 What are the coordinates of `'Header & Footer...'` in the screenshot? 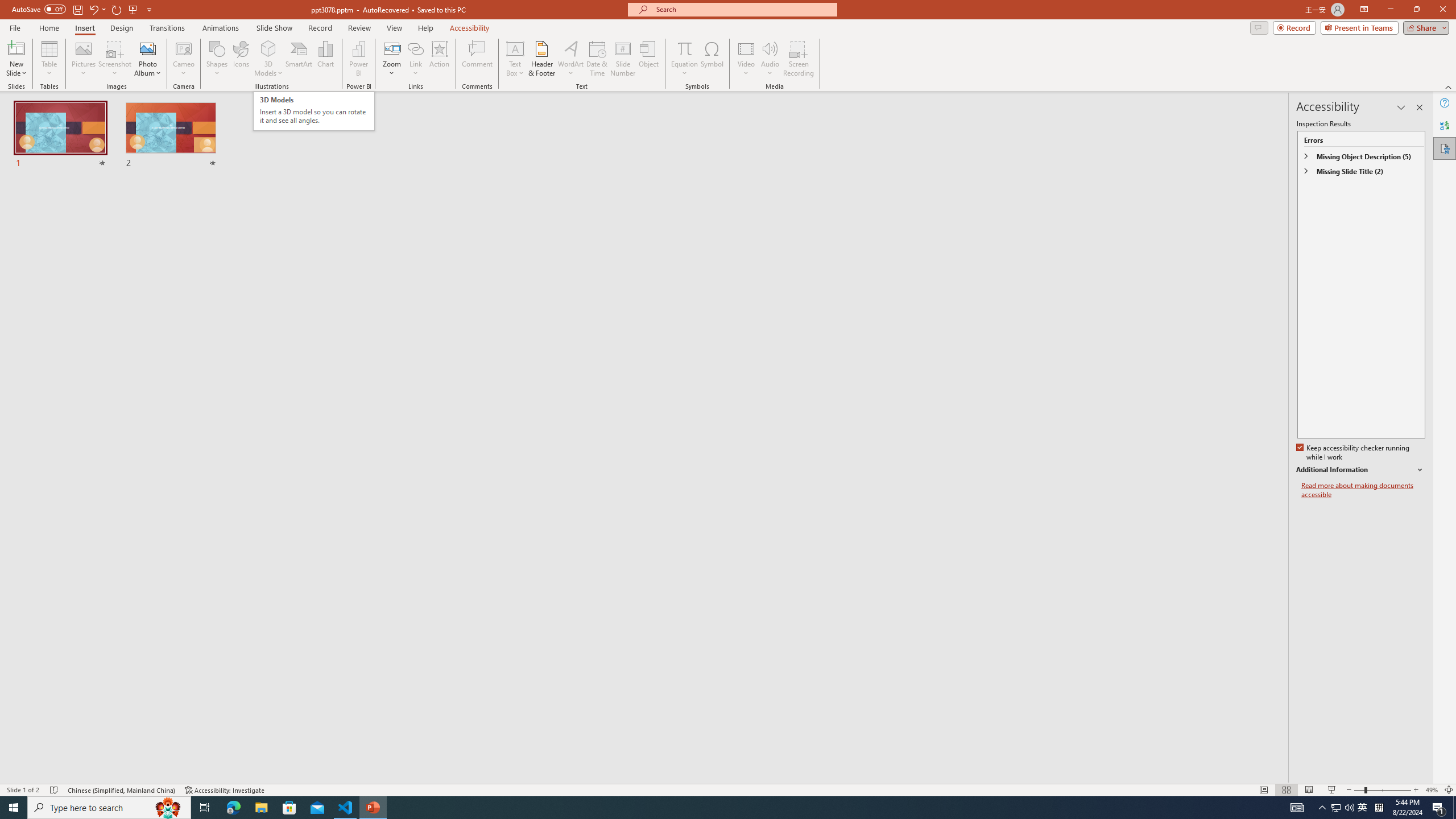 It's located at (541, 59).